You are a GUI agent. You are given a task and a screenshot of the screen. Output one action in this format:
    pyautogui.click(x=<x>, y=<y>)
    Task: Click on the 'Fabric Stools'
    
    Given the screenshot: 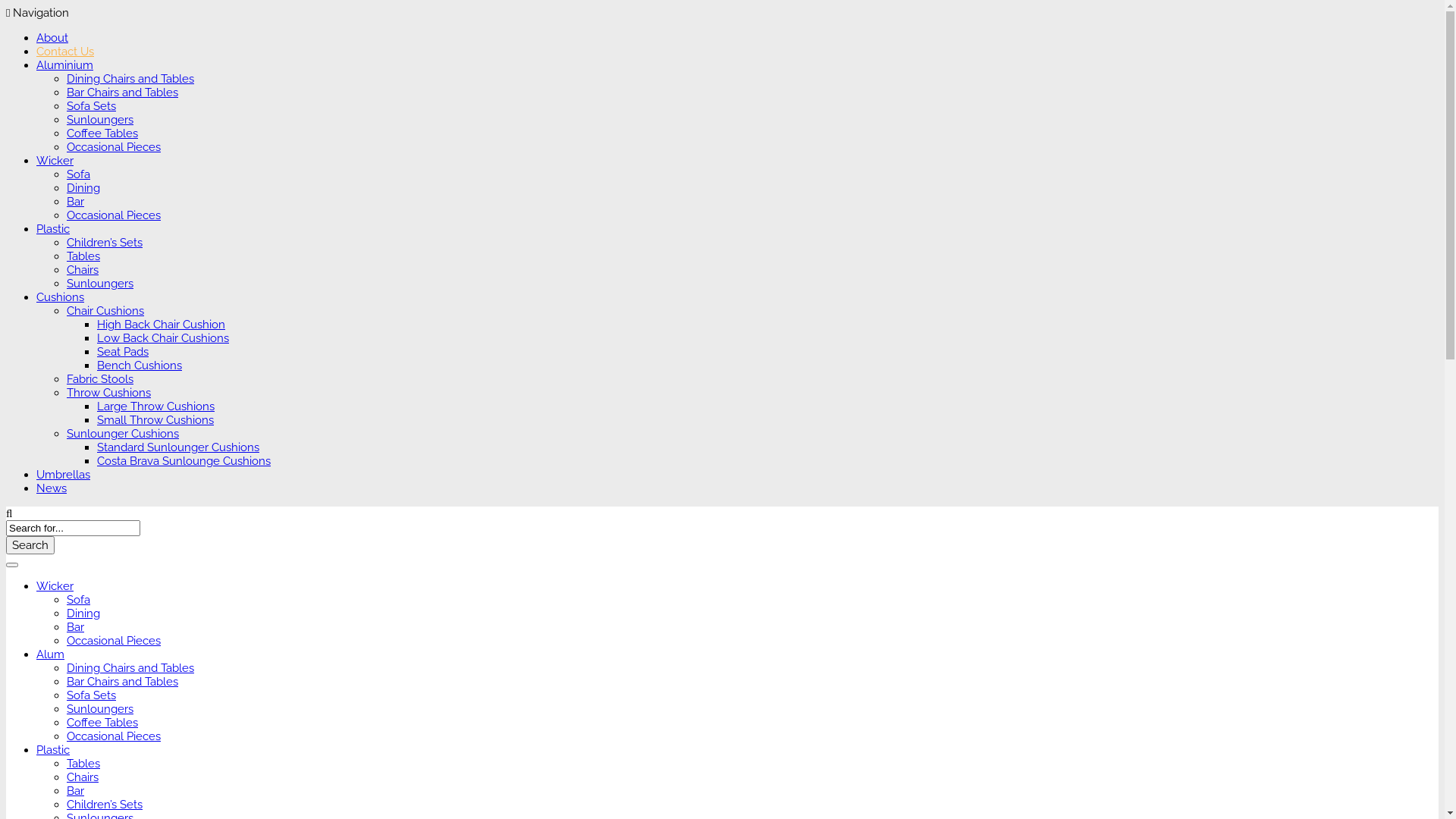 What is the action you would take?
    pyautogui.click(x=65, y=378)
    